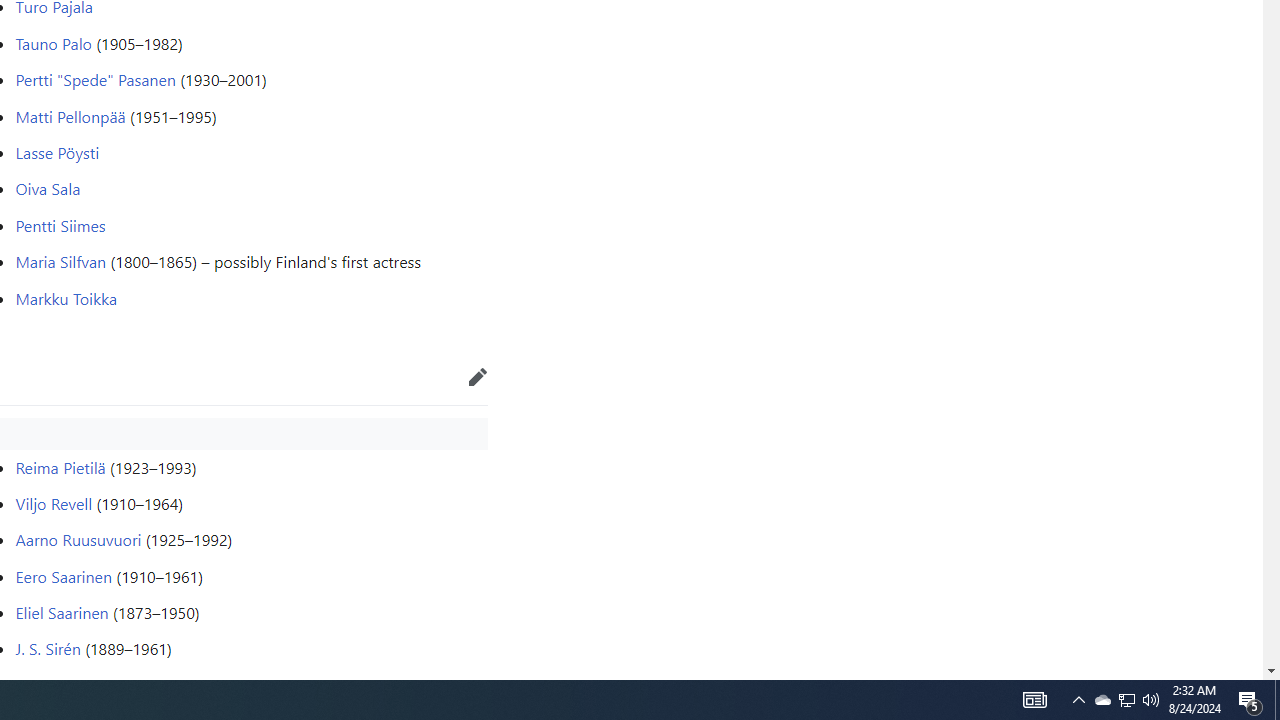  I want to click on 'Maria Silfvan', so click(61, 261).